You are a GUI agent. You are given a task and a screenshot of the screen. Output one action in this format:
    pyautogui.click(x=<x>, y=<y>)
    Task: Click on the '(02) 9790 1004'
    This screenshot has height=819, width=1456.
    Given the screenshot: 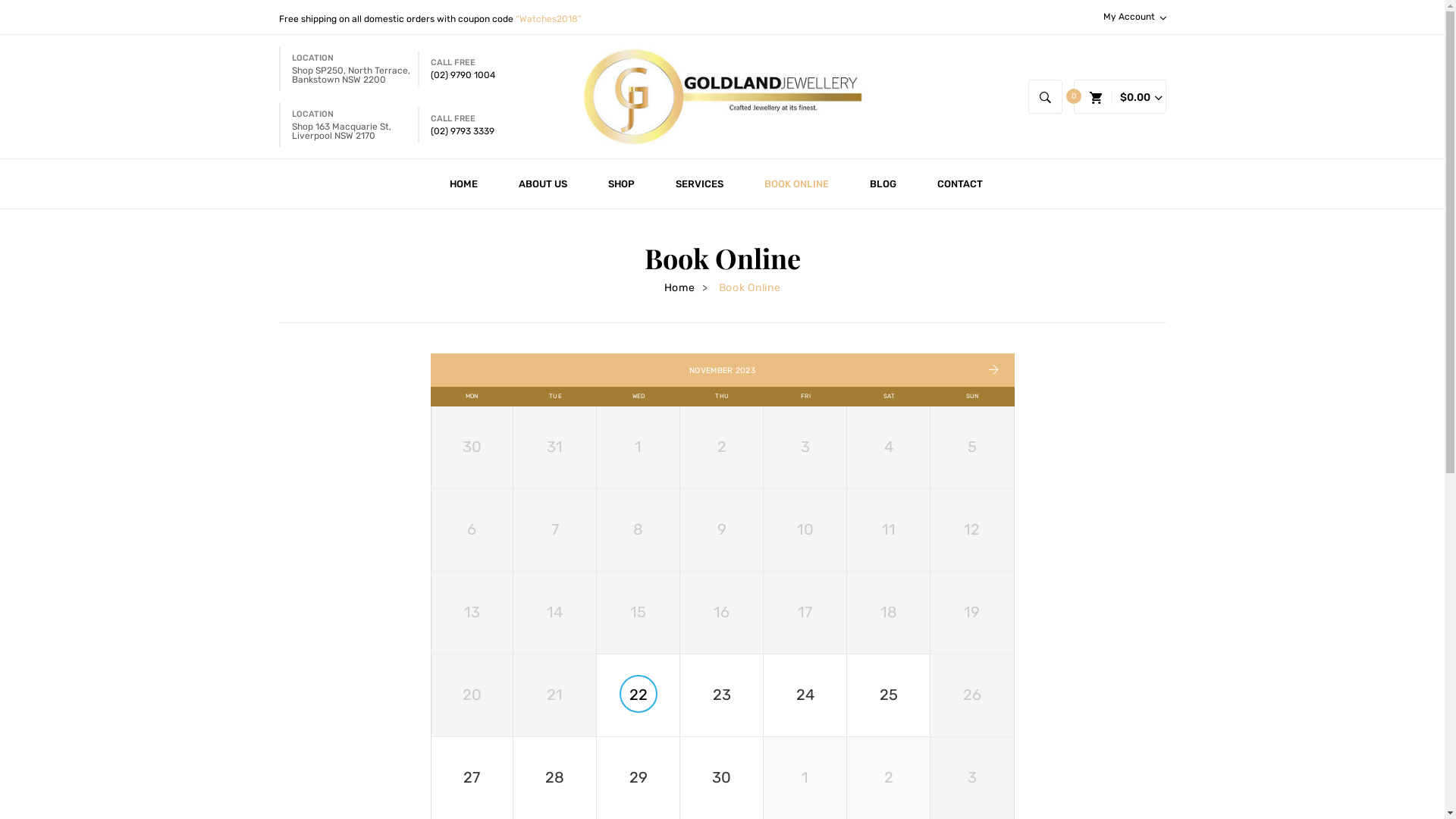 What is the action you would take?
    pyautogui.click(x=462, y=75)
    